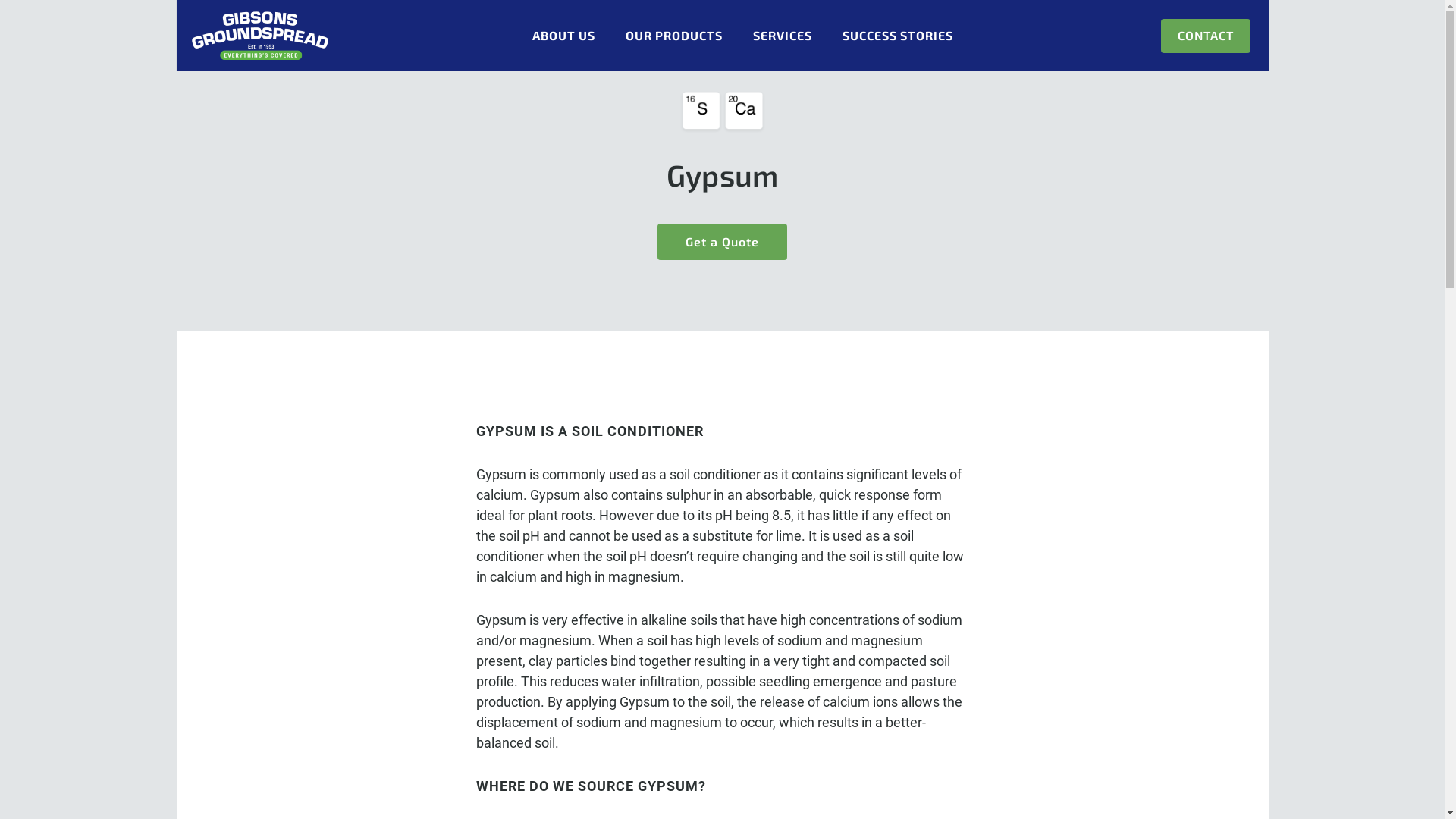 This screenshot has height=819, width=1456. What do you see at coordinates (657, 241) in the screenshot?
I see `'Get a Quote'` at bounding box center [657, 241].